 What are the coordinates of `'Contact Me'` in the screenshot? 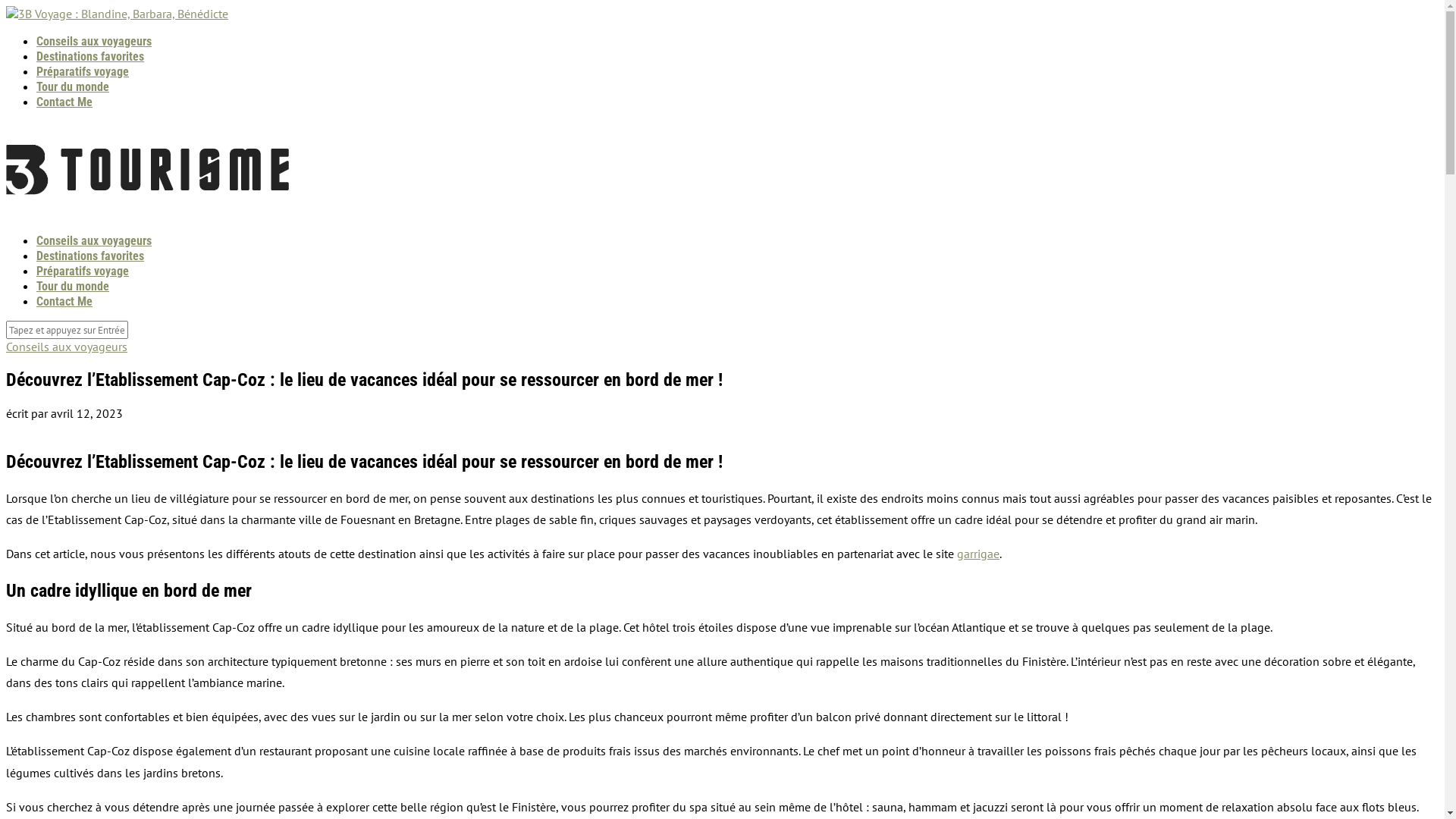 It's located at (36, 102).